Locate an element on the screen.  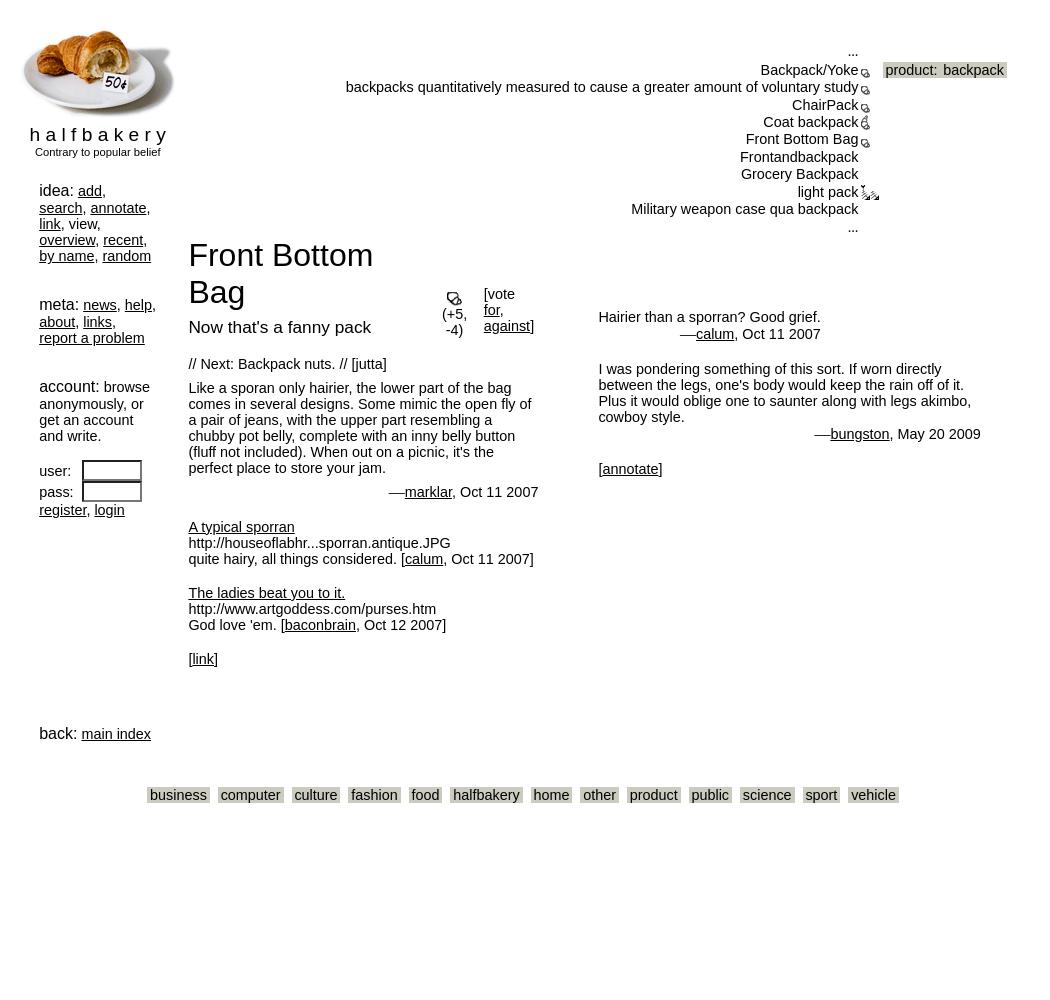
'overview' is located at coordinates (65, 239).